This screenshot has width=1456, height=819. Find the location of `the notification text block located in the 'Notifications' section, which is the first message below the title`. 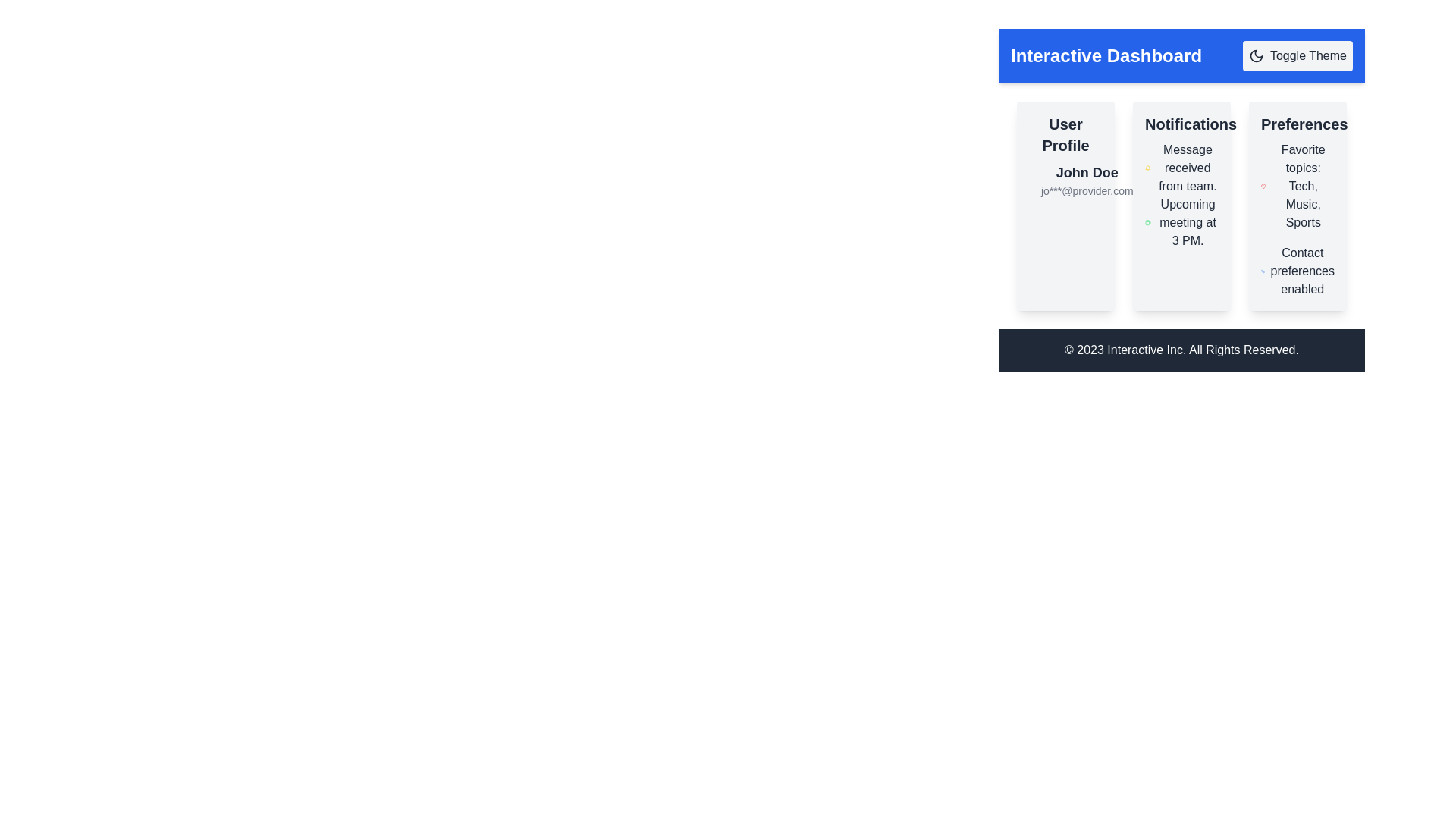

the notification text block located in the 'Notifications' section, which is the first message below the title is located at coordinates (1181, 168).